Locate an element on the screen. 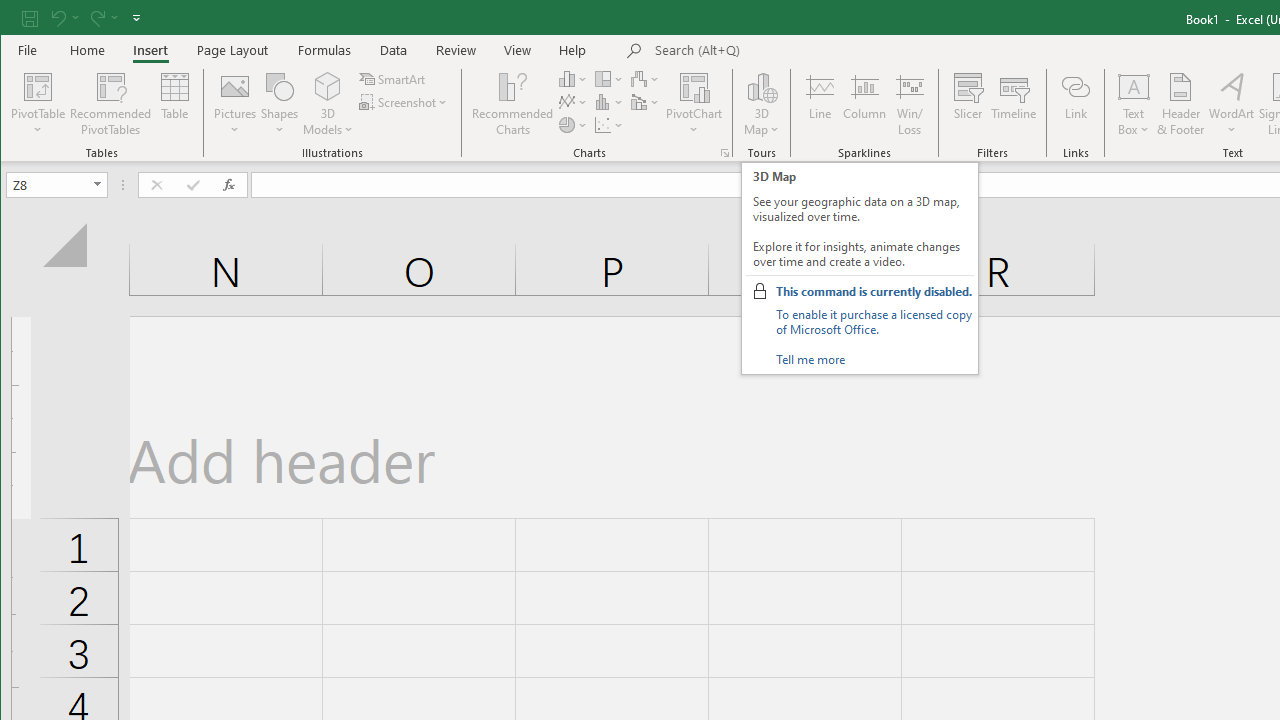 This screenshot has width=1280, height=720. 'Recommended Charts' is located at coordinates (724, 152).